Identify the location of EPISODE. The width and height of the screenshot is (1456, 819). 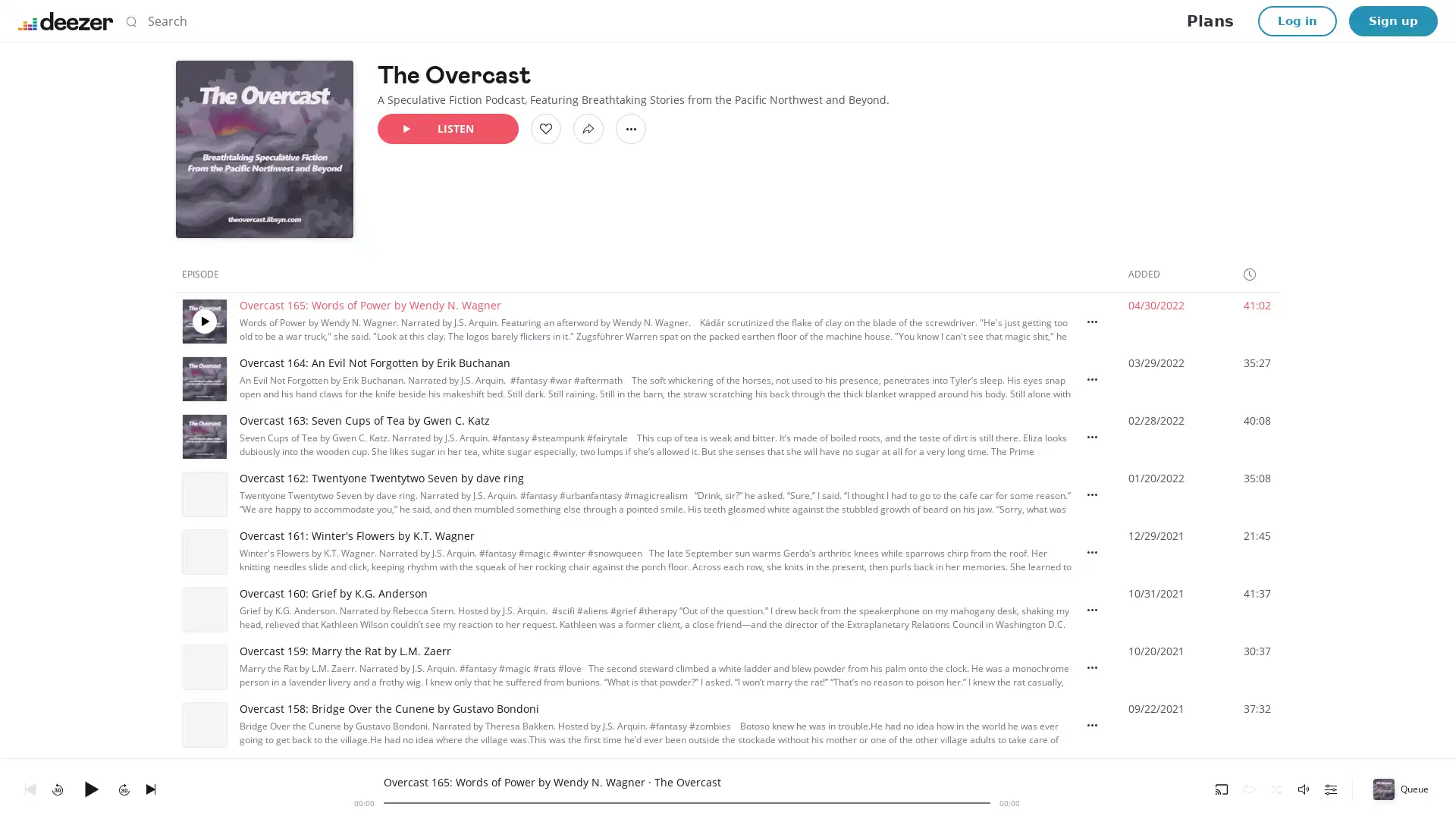
(206, 274).